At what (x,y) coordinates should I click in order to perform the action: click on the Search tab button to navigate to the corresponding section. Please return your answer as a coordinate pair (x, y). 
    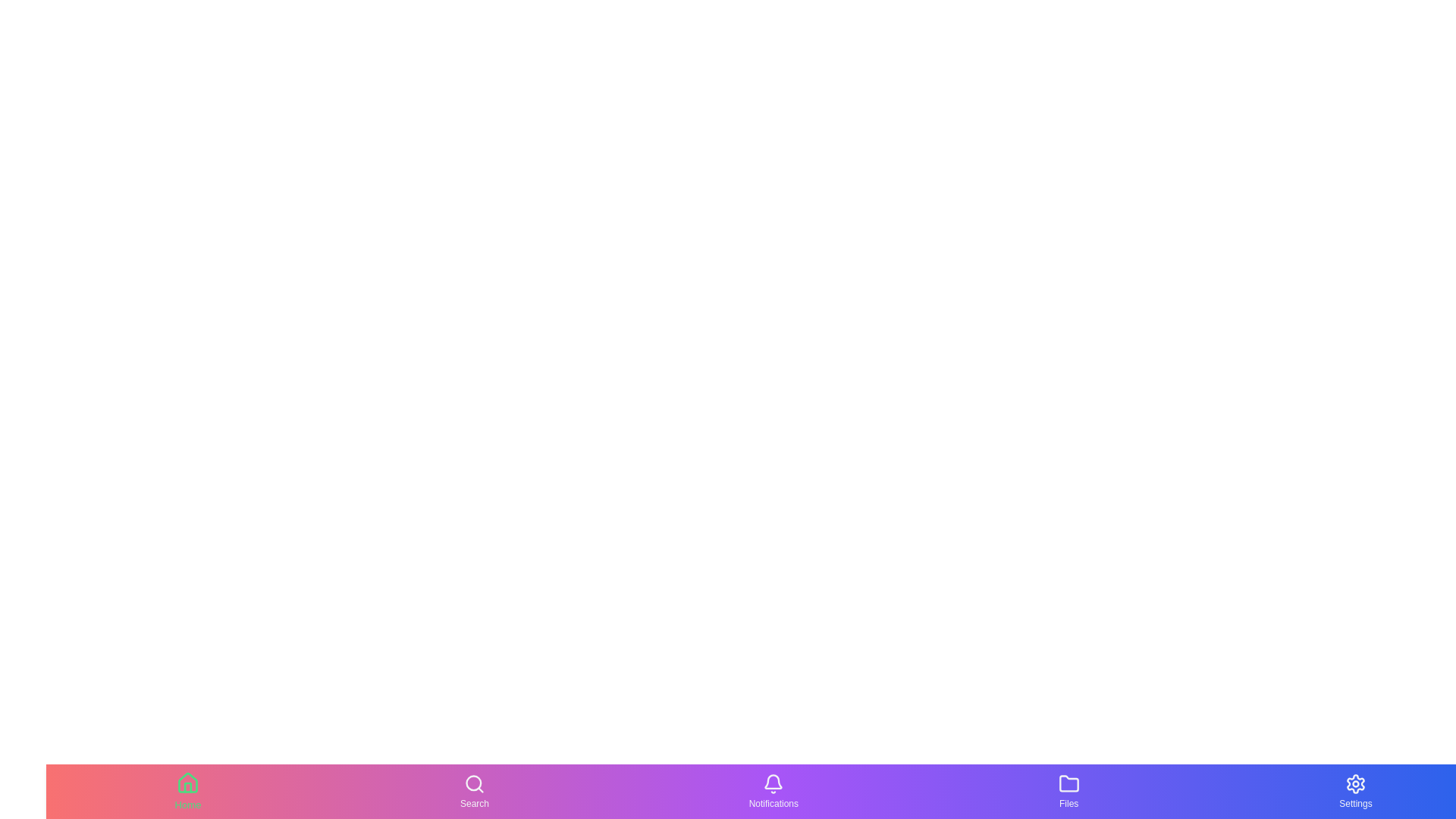
    Looking at the image, I should click on (473, 791).